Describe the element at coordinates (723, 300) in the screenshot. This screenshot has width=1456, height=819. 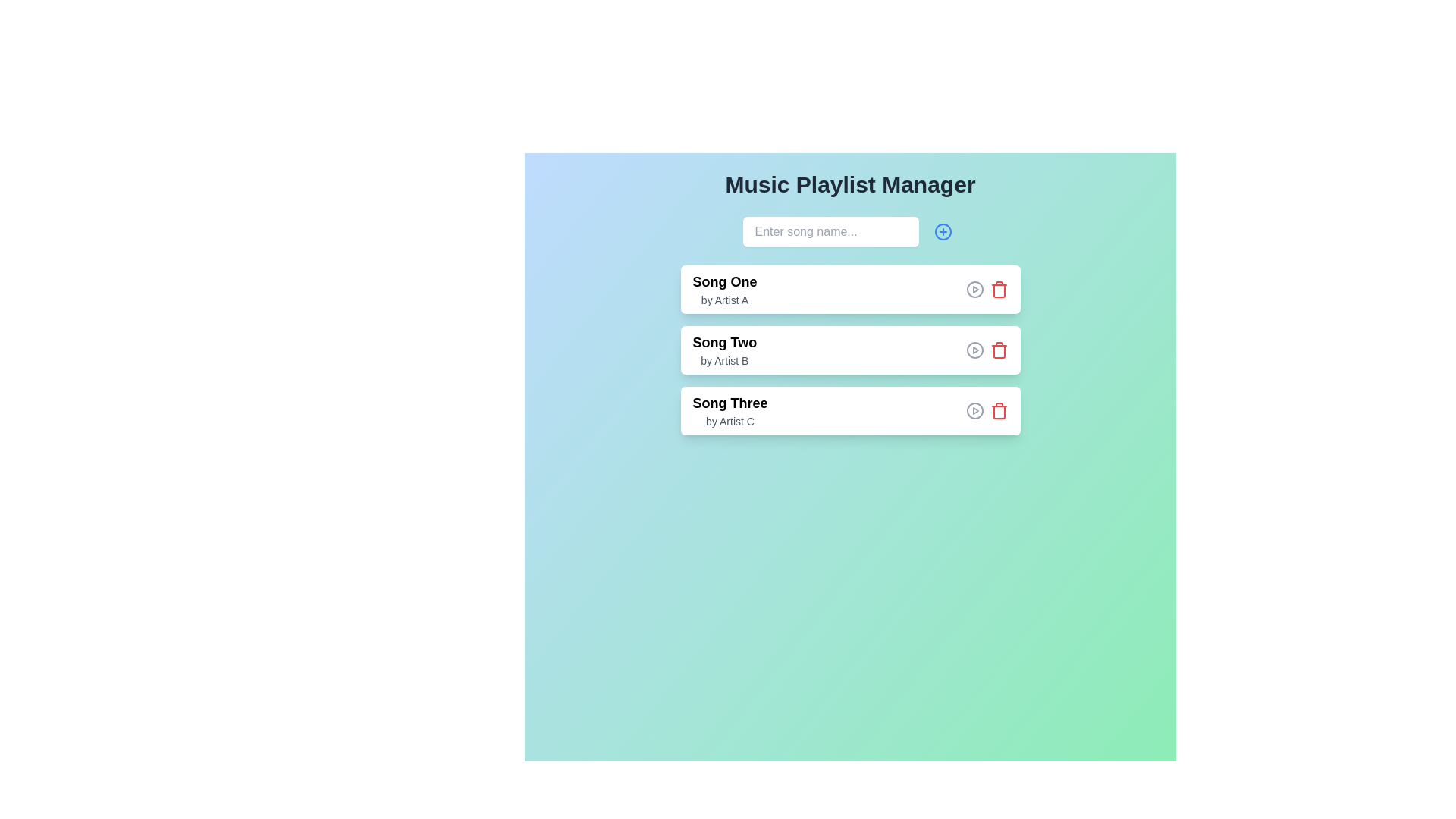
I see `the text label displaying the artist name 'Artist A', which is located below 'Song One' in the Music Playlist Manager interface` at that location.